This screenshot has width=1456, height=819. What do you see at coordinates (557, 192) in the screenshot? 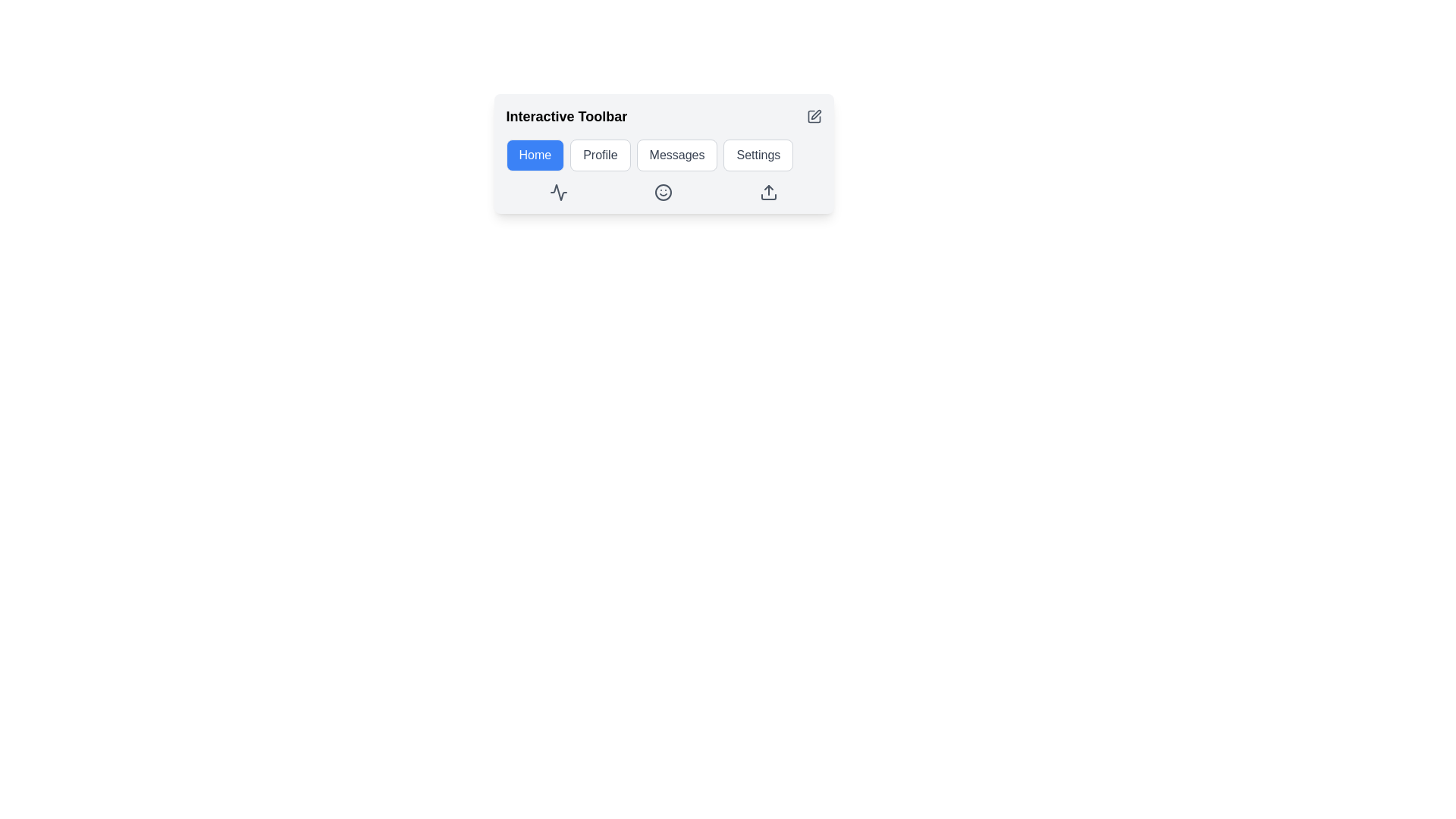
I see `the interactive visual indicator icon, which is the first icon from the left in the lower row of the toolbar, aligned horizontally with the 'Home' and 'Profile' buttons` at bounding box center [557, 192].